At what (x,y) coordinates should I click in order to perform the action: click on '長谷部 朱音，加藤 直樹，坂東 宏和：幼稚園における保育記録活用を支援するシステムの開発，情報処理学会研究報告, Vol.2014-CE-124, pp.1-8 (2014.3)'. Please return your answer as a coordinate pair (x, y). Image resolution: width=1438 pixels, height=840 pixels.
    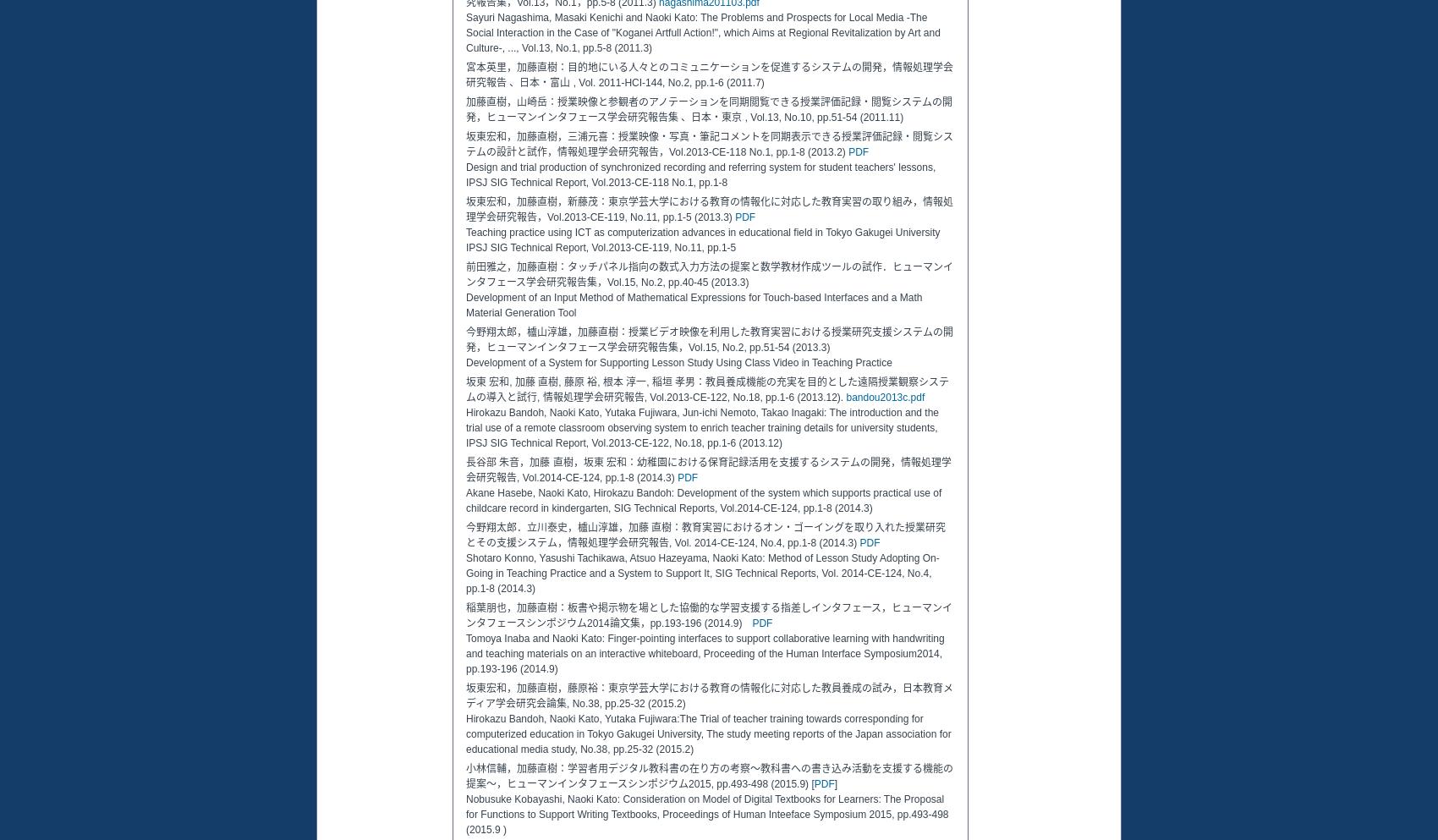
    Looking at the image, I should click on (707, 469).